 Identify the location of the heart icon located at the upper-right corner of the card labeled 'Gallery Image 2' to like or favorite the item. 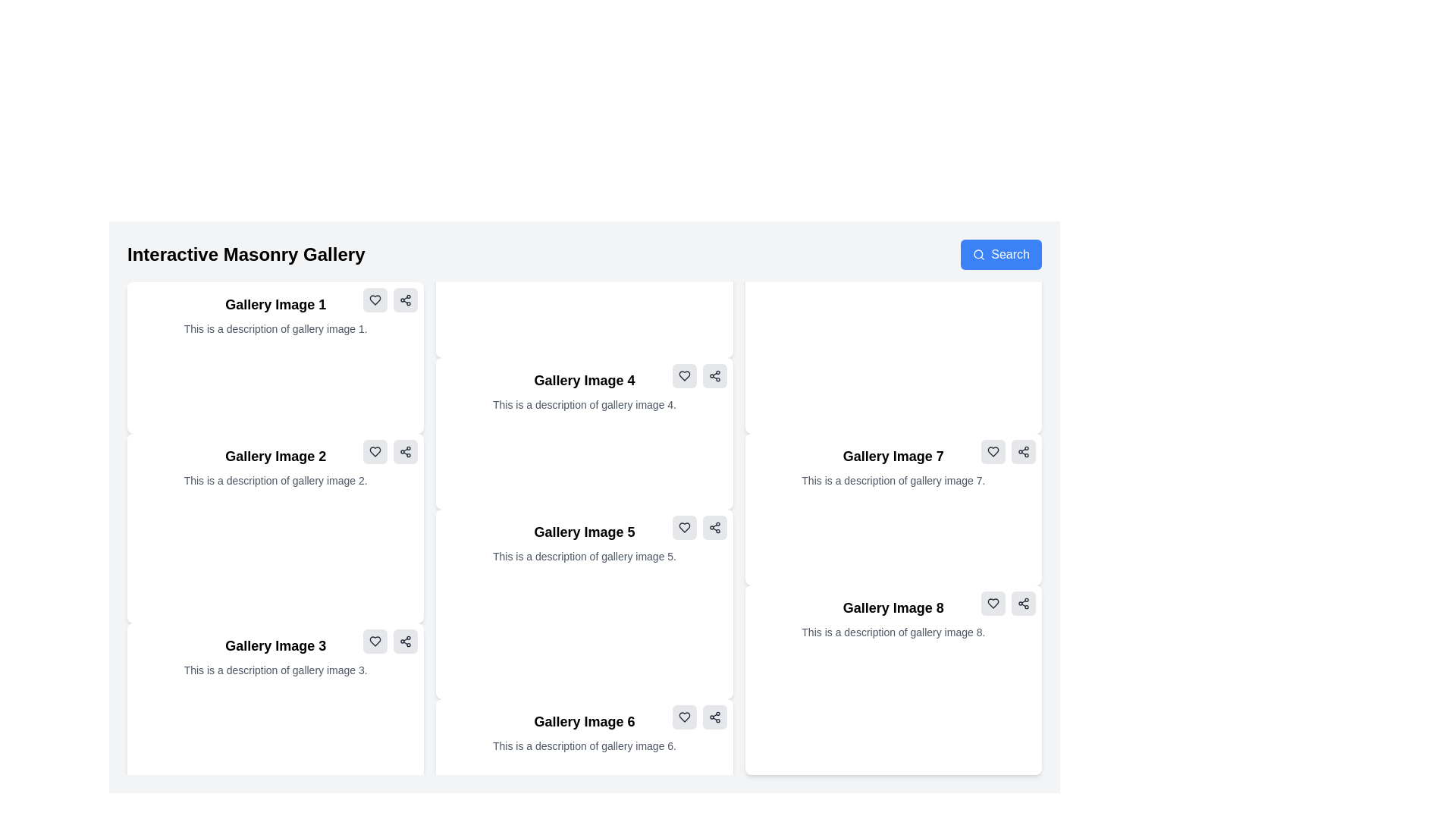
(375, 451).